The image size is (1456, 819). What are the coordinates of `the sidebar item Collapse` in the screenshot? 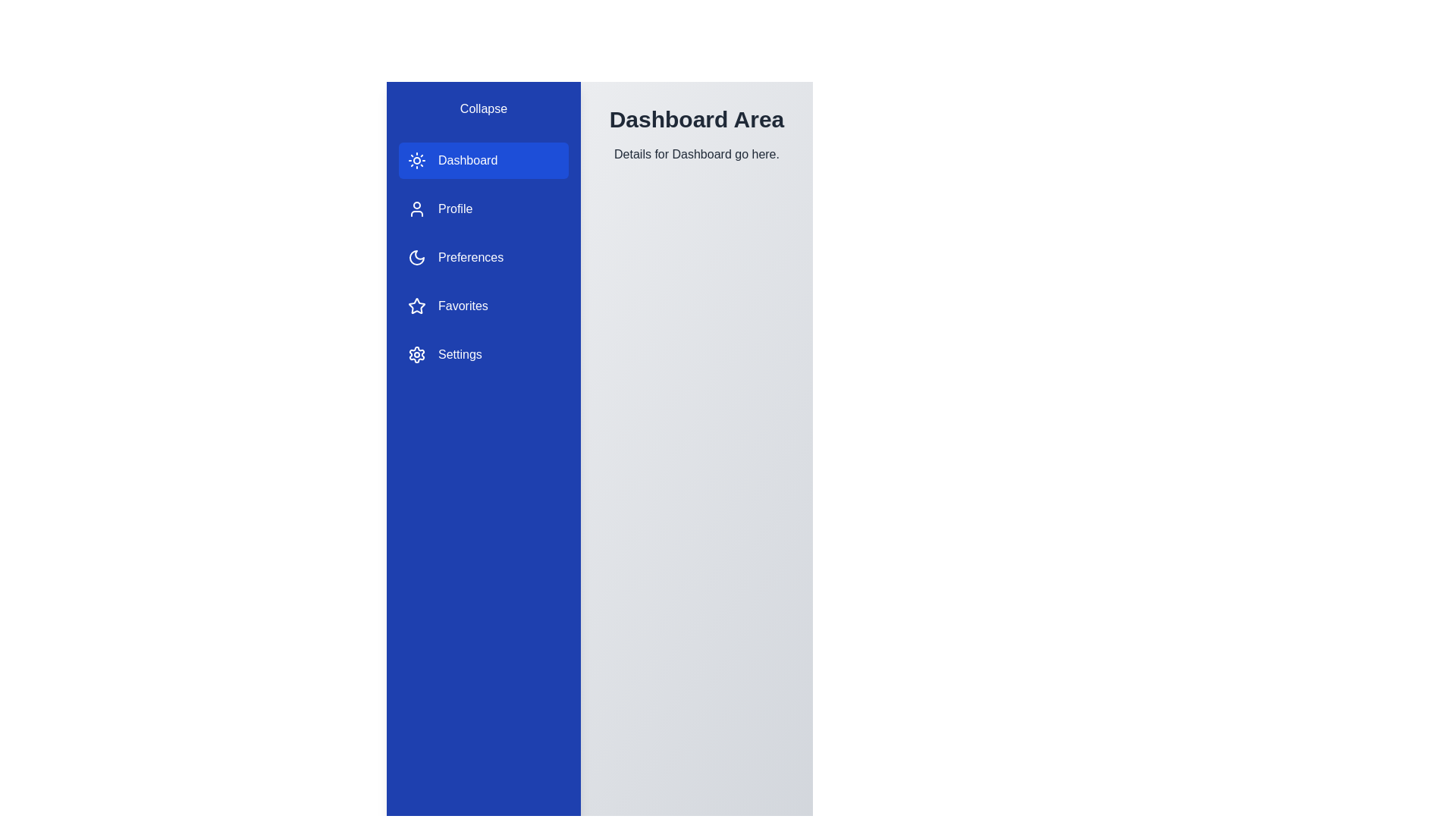 It's located at (483, 108).